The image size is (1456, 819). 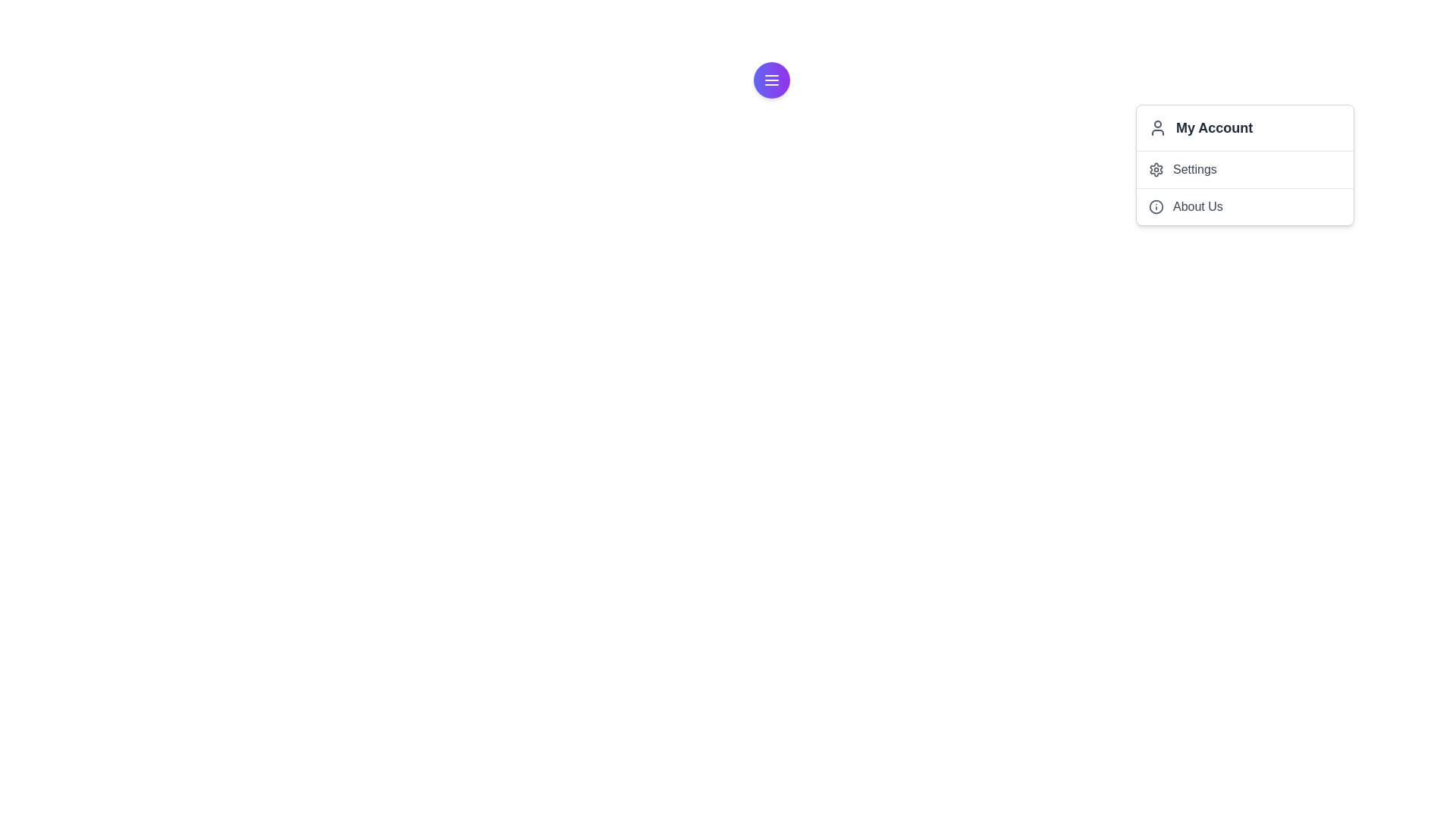 I want to click on the 'Settings' dropdown menu option, which is the second item in the list, located below 'My Account' and above 'About Us', so click(x=1244, y=165).